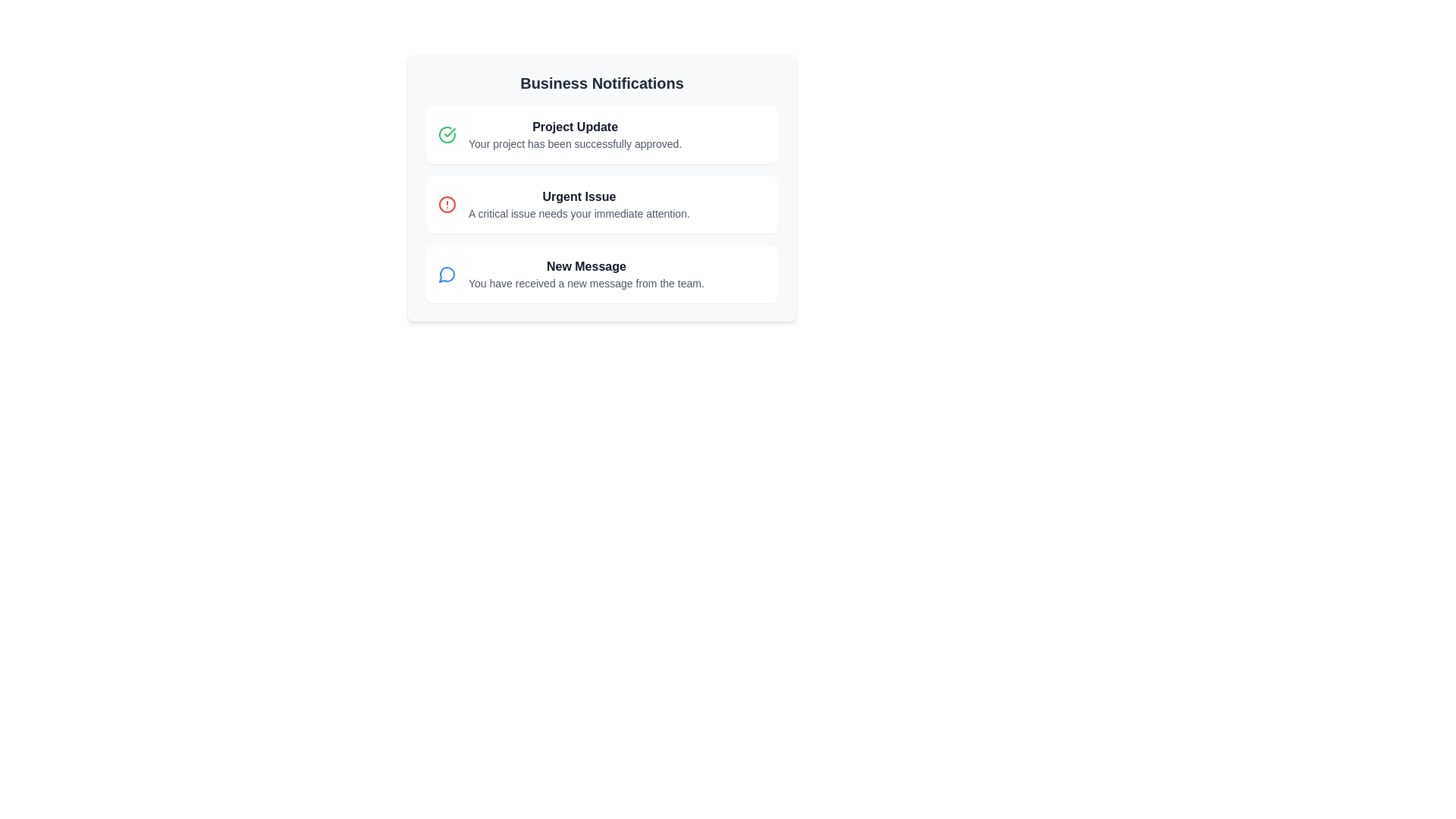 The image size is (1456, 819). I want to click on the Informational notification box that displays a critical issue notification, so click(578, 205).